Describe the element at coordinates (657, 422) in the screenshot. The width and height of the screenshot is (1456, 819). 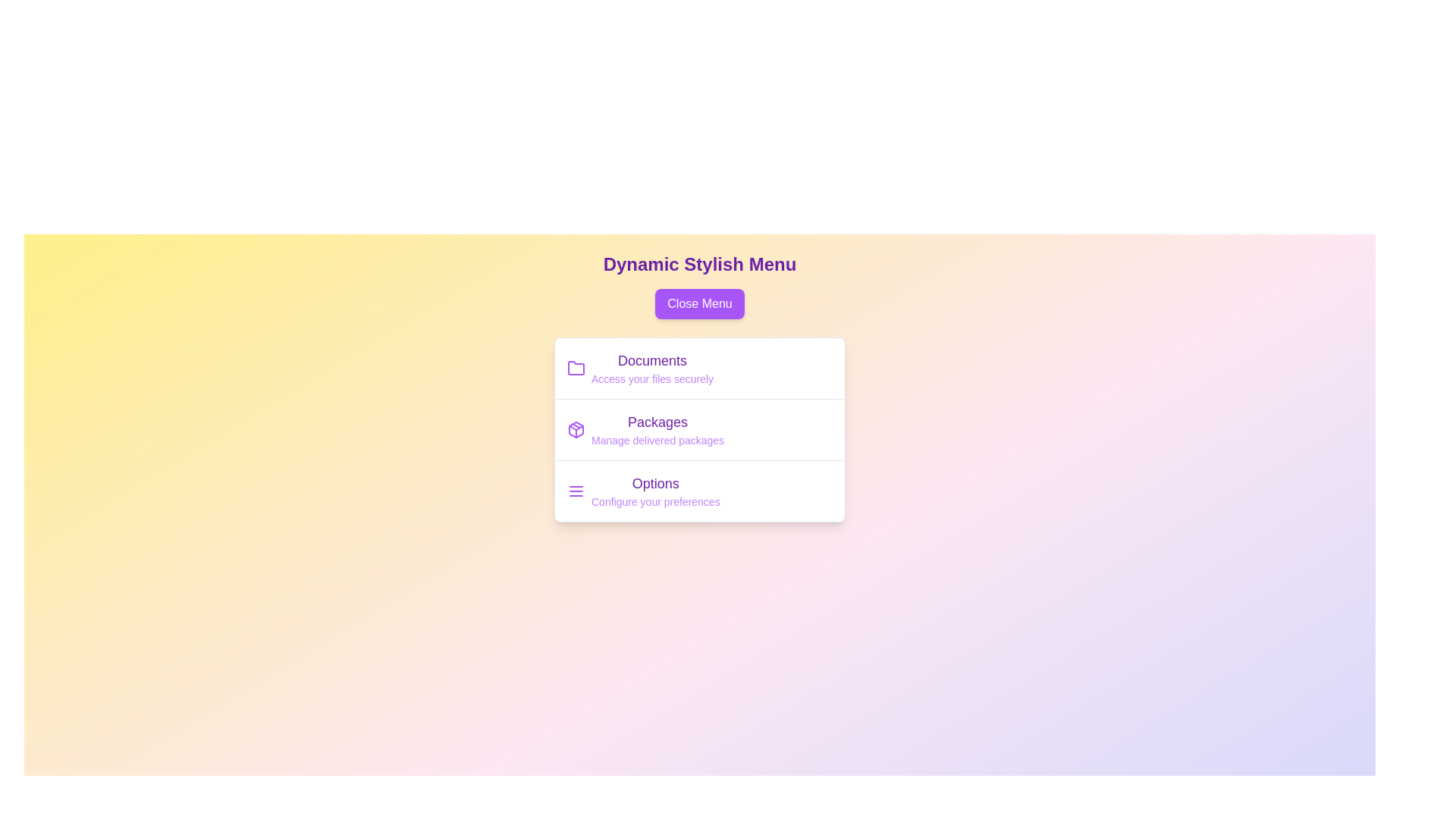
I see `the menu item Packages to select it` at that location.